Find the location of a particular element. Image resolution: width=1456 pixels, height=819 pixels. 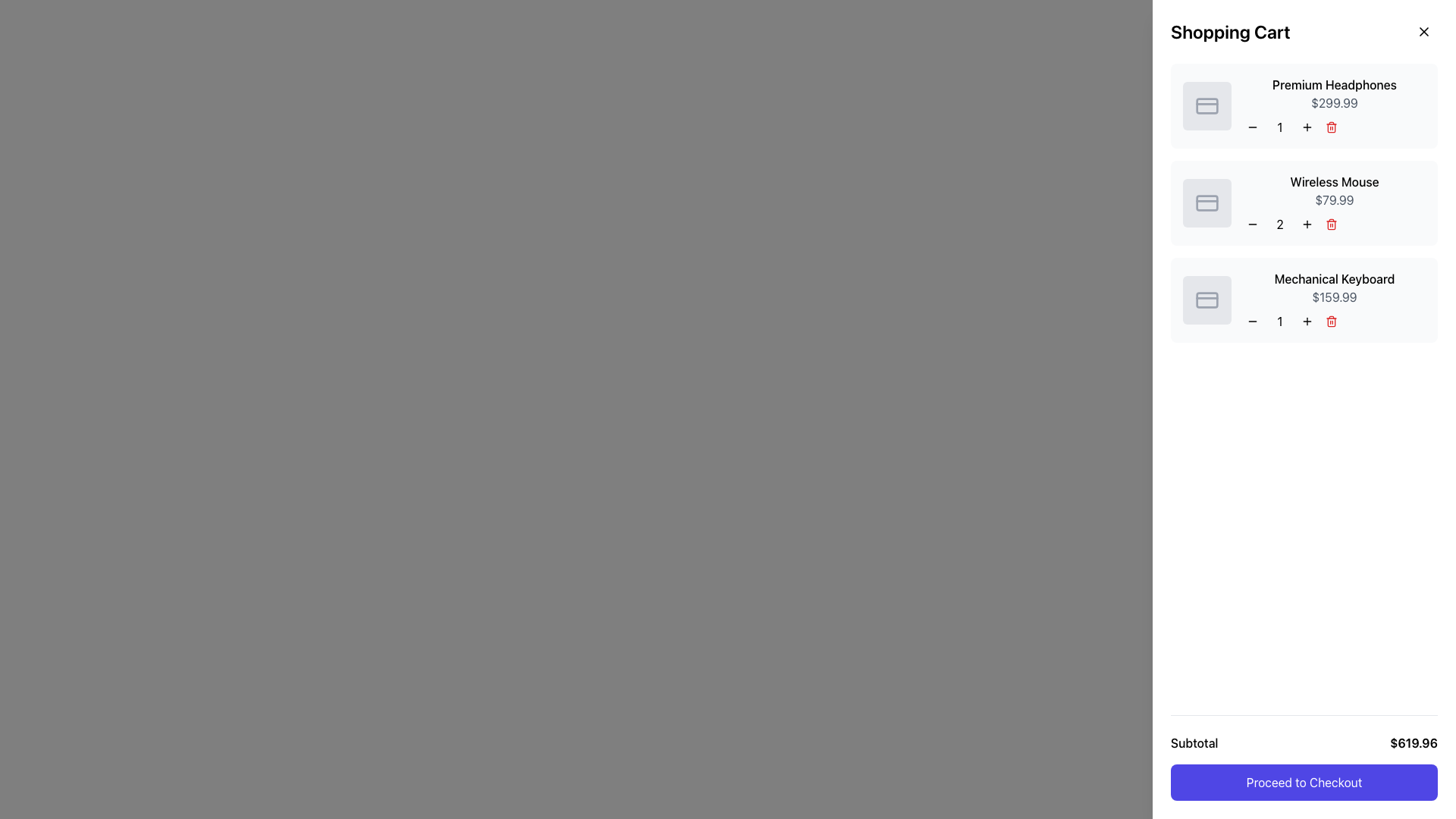

the main rectangular body of the credit card icon located in the right-side shopping cart interface, adjacent to the 'Mechanical Keyboard' item is located at coordinates (1207, 300).